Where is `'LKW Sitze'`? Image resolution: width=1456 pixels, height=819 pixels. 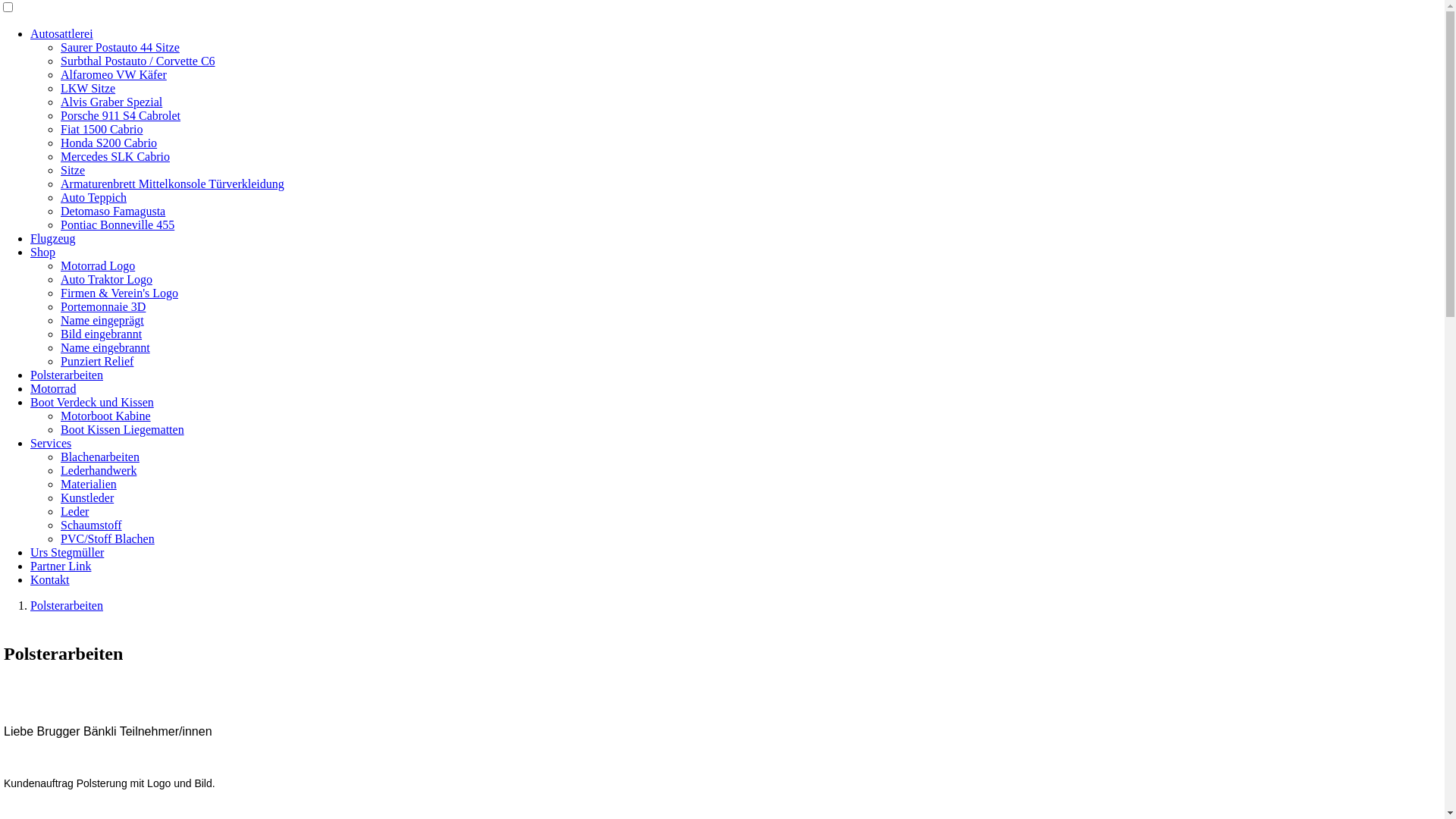 'LKW Sitze' is located at coordinates (86, 88).